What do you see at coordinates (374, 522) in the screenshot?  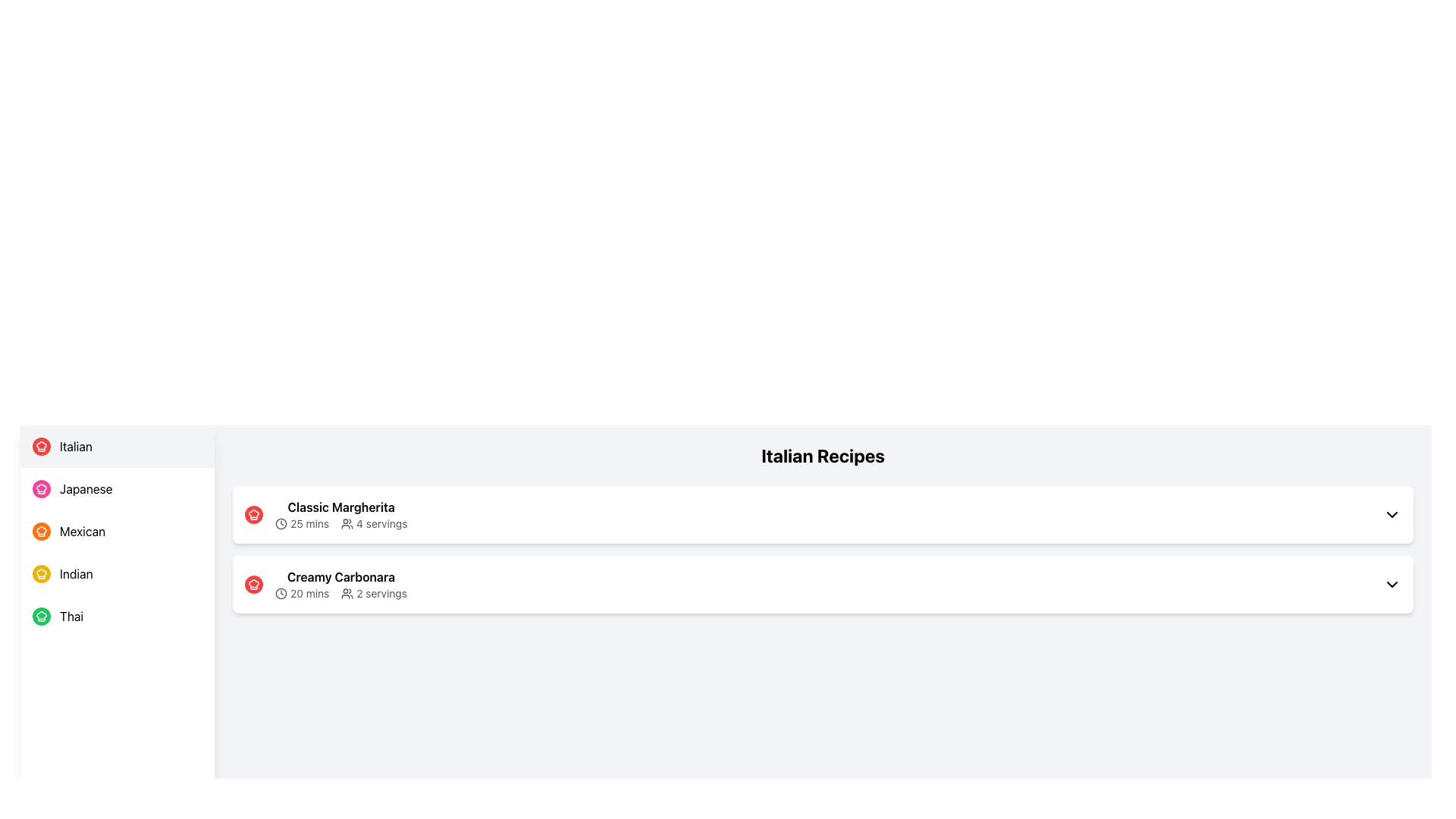 I see `the Text with Icon displaying the number of servings for the 'Classic Margherita' recipe, which is located after the '25 mins' text` at bounding box center [374, 522].